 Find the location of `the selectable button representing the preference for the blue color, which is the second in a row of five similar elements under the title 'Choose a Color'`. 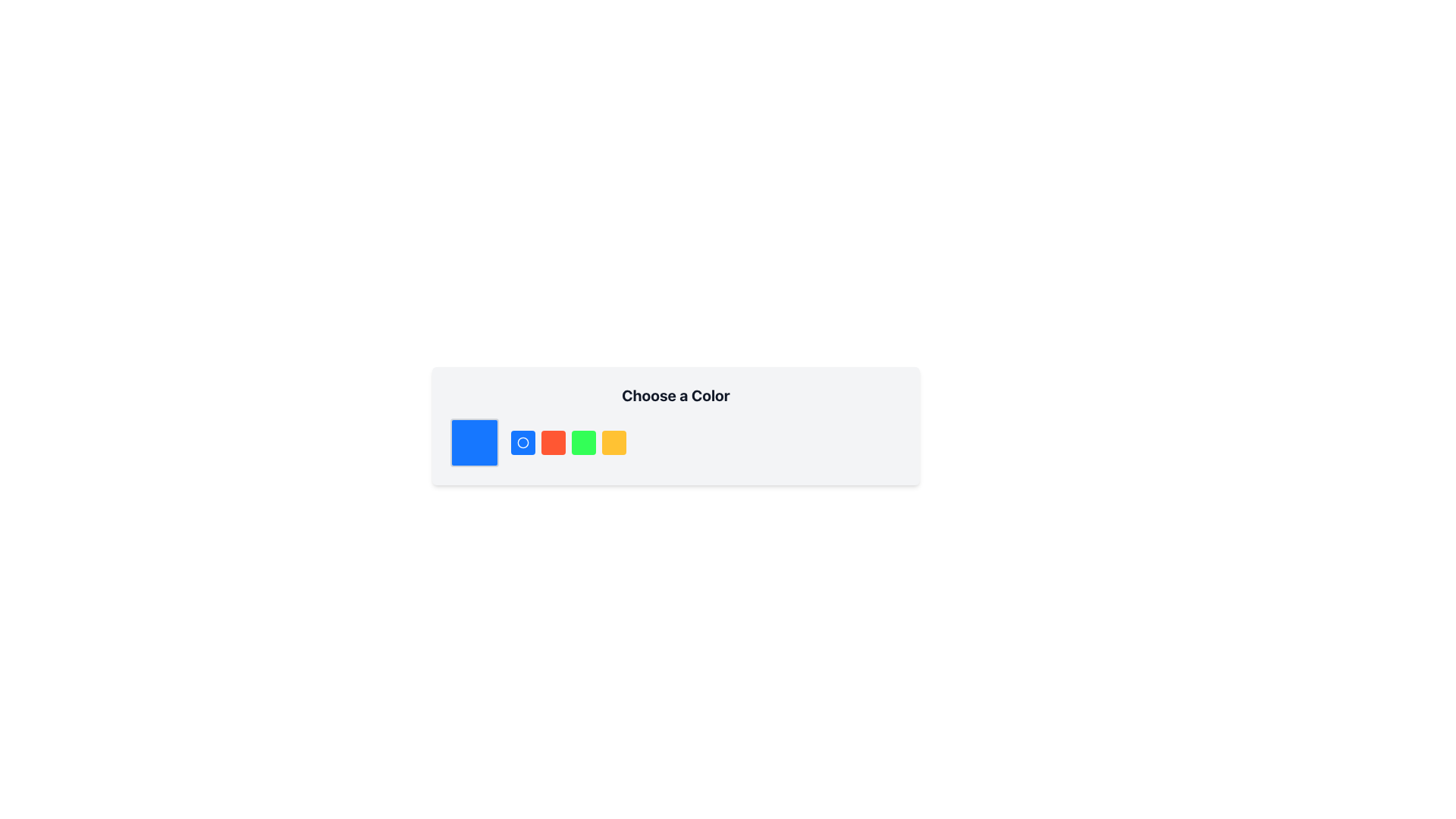

the selectable button representing the preference for the blue color, which is the second in a row of five similar elements under the title 'Choose a Color' is located at coordinates (523, 442).